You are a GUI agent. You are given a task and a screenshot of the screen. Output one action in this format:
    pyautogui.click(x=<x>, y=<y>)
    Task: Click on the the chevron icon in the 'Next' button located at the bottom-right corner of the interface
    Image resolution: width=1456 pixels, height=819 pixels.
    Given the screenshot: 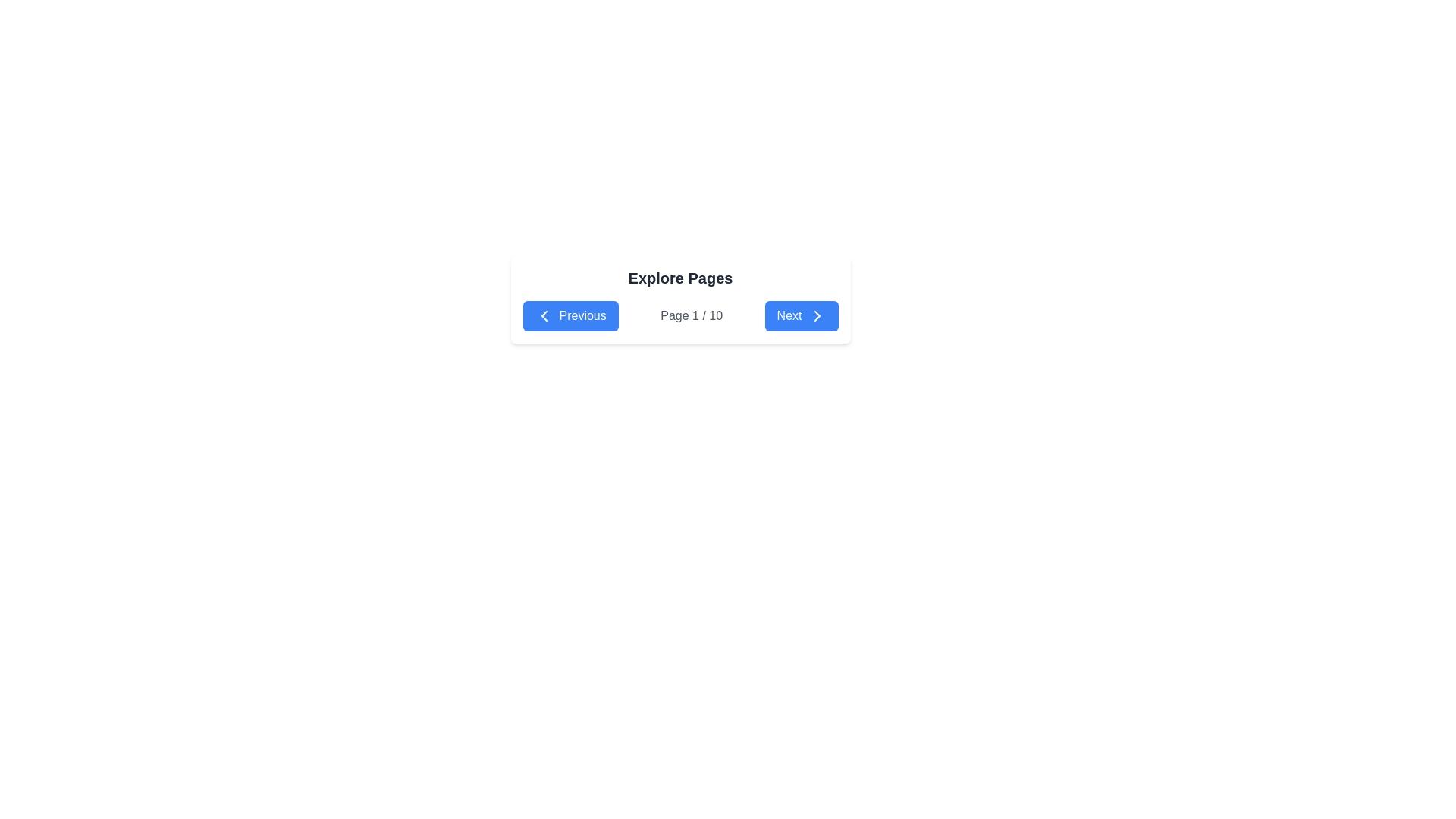 What is the action you would take?
    pyautogui.click(x=816, y=315)
    